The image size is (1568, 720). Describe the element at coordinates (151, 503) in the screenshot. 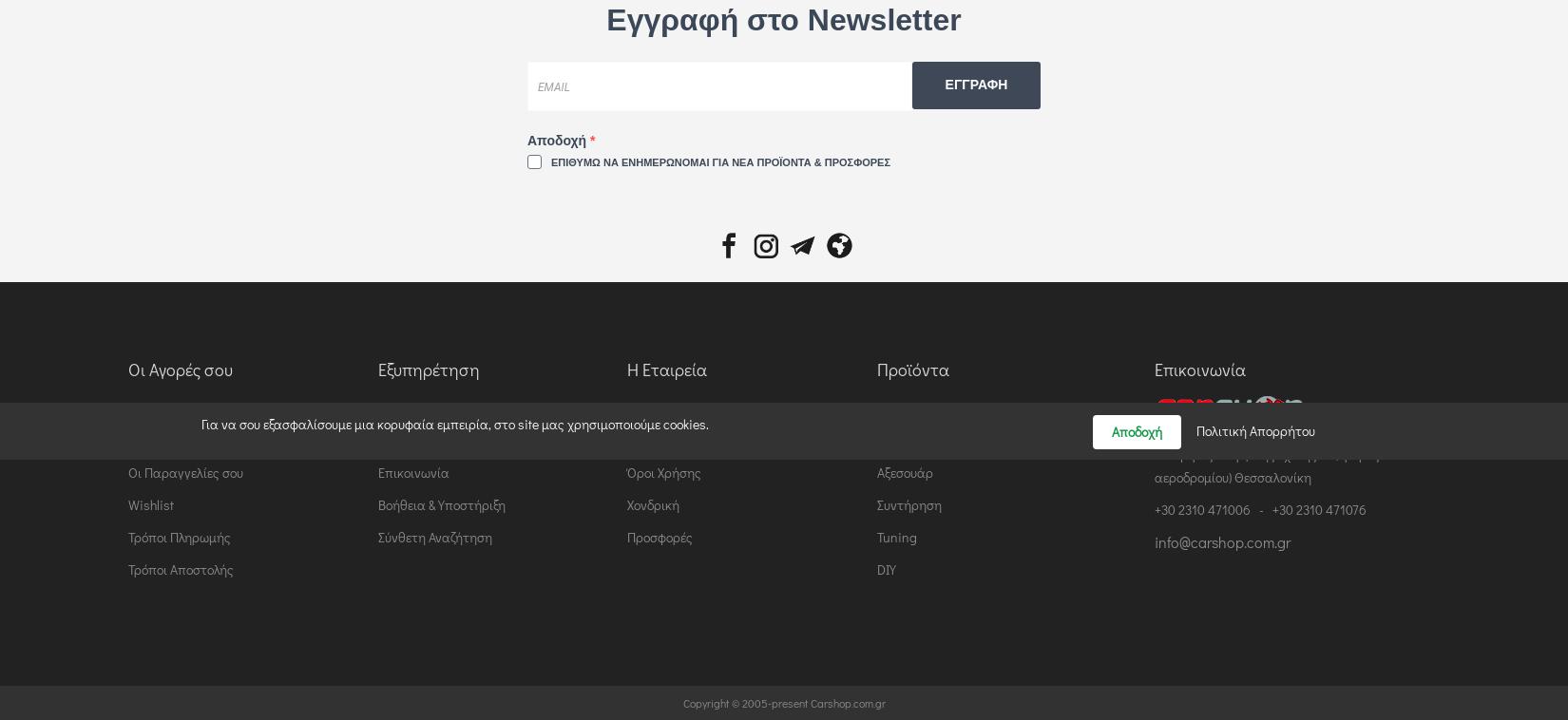

I see `'Wishlist'` at that location.